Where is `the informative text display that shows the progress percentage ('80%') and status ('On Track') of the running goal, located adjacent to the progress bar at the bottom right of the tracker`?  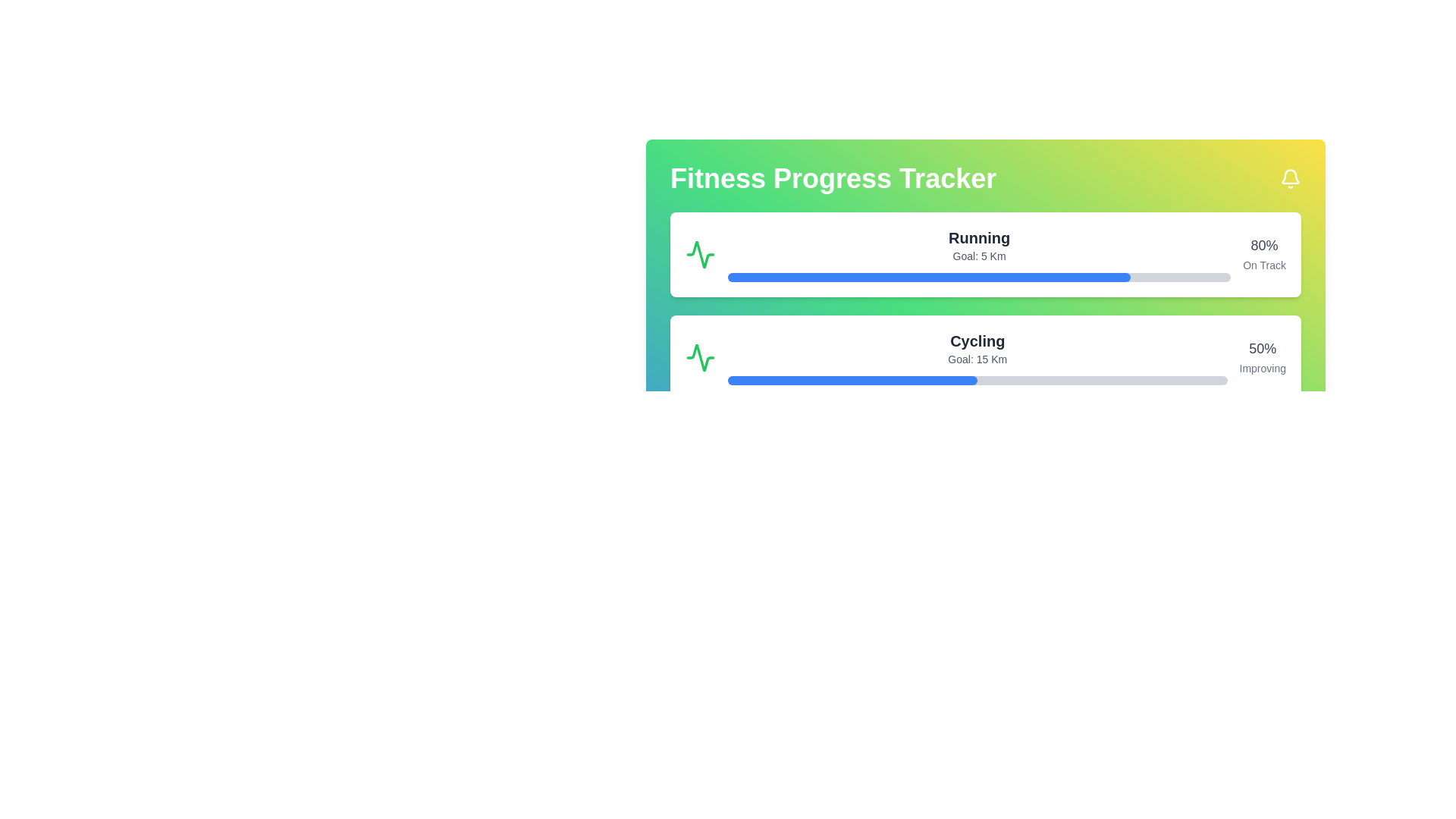
the informative text display that shows the progress percentage ('80%') and status ('On Track') of the running goal, located adjacent to the progress bar at the bottom right of the tracker is located at coordinates (1264, 253).